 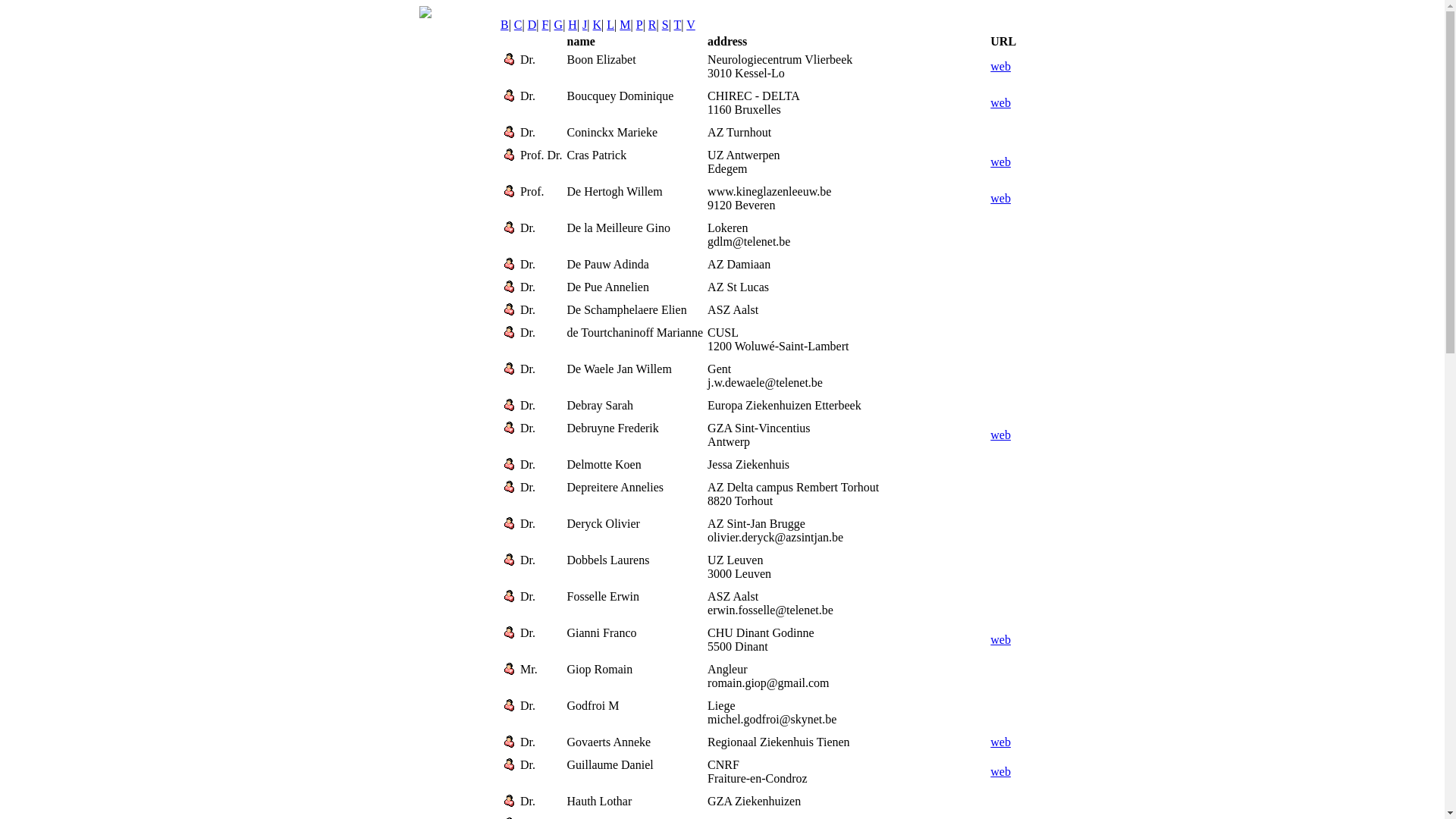 What do you see at coordinates (990, 435) in the screenshot?
I see `'web'` at bounding box center [990, 435].